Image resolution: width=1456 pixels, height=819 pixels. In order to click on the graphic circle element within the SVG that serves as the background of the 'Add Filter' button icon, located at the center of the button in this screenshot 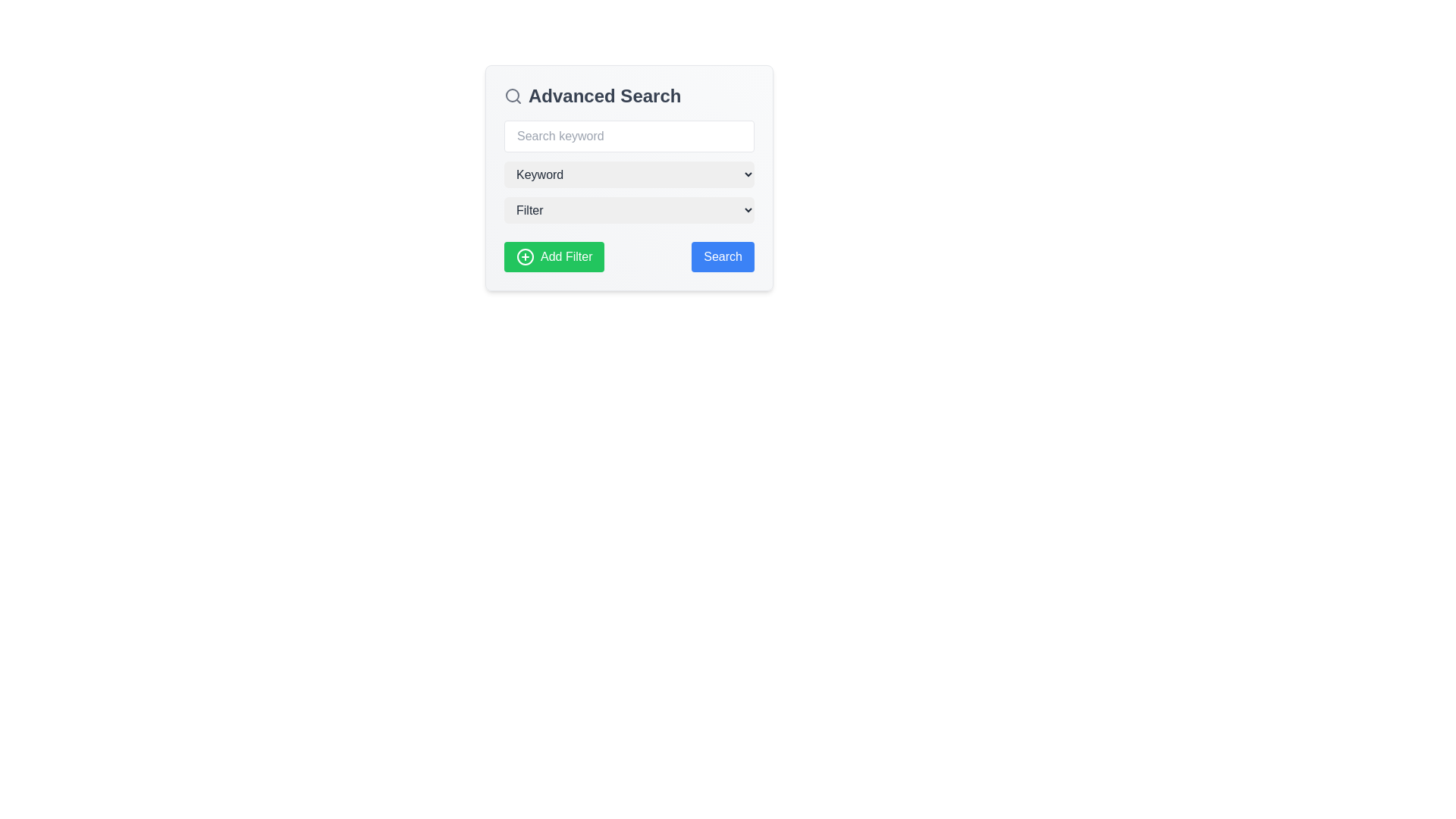, I will do `click(525, 256)`.